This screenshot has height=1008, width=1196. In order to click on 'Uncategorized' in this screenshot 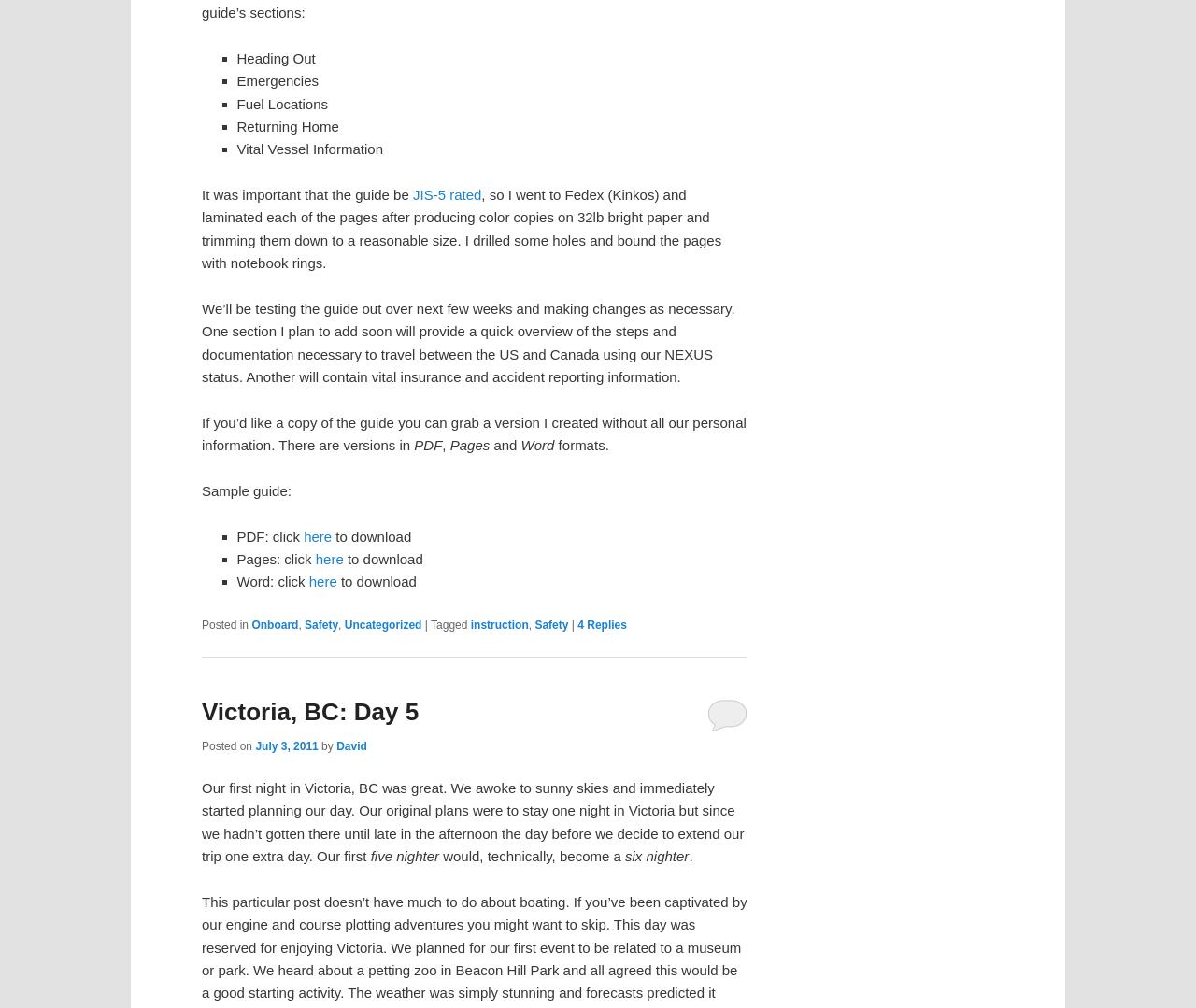, I will do `click(381, 624)`.